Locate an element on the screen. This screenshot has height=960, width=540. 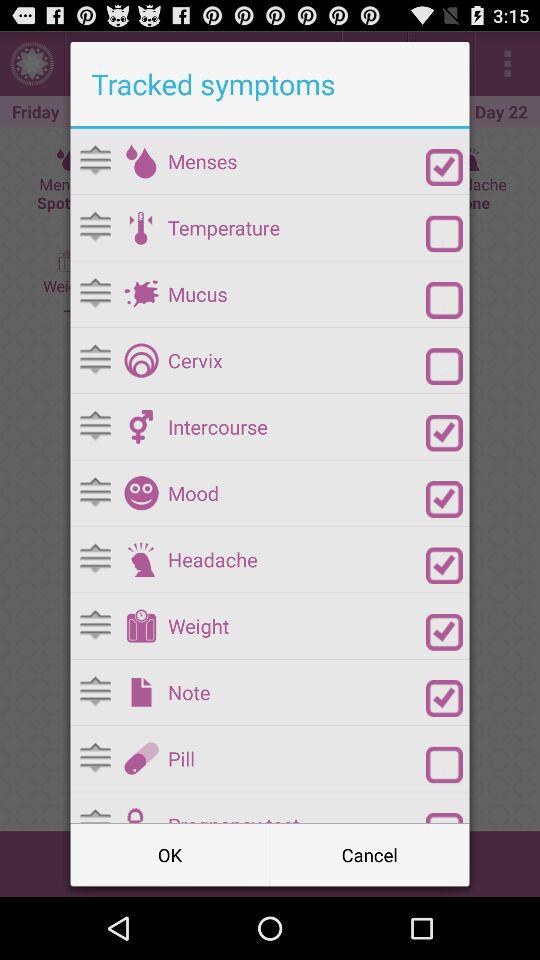
symptom of headache is located at coordinates (140, 559).